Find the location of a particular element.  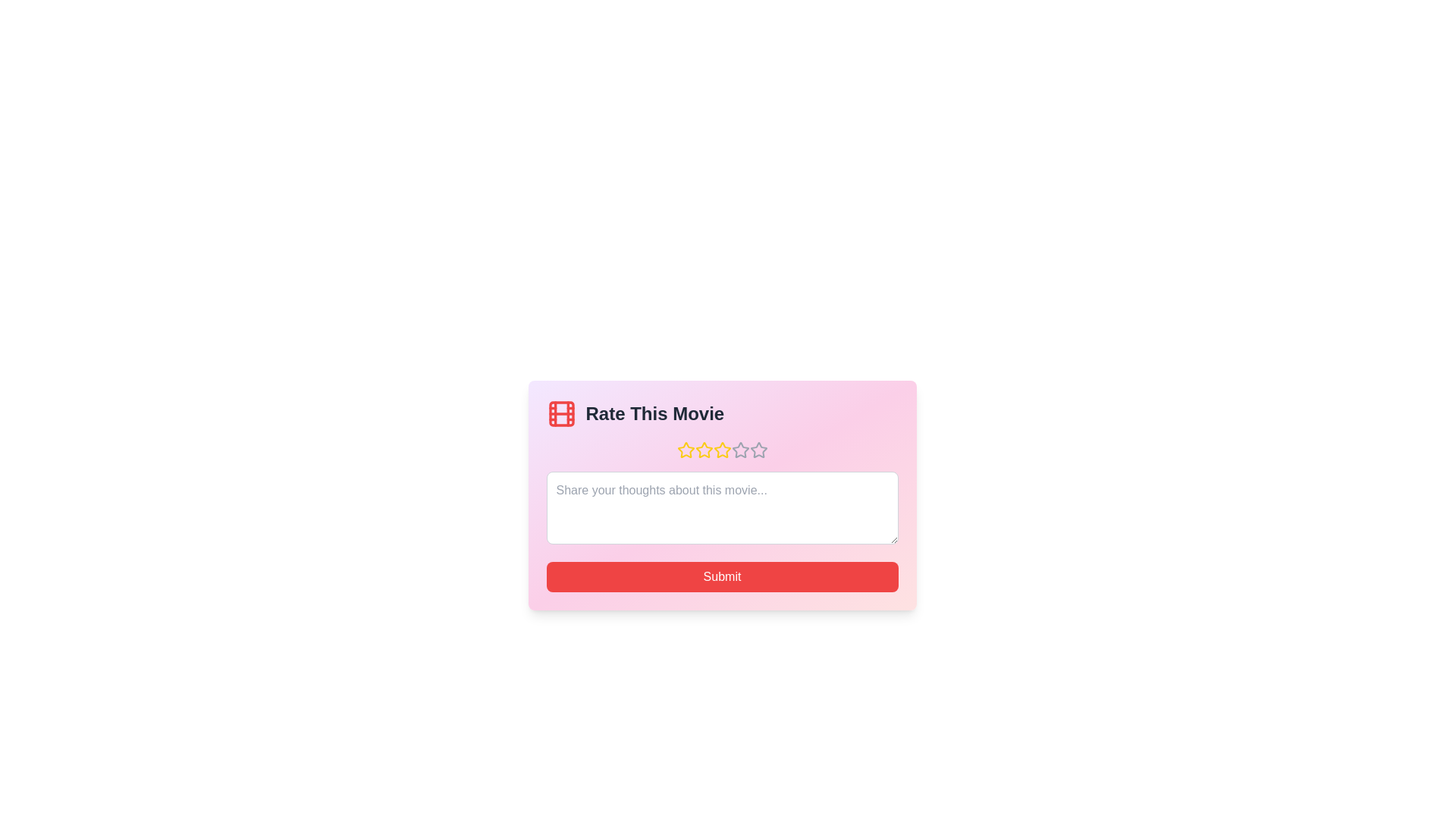

the star representing 3 stars to preview the rating is located at coordinates (721, 450).